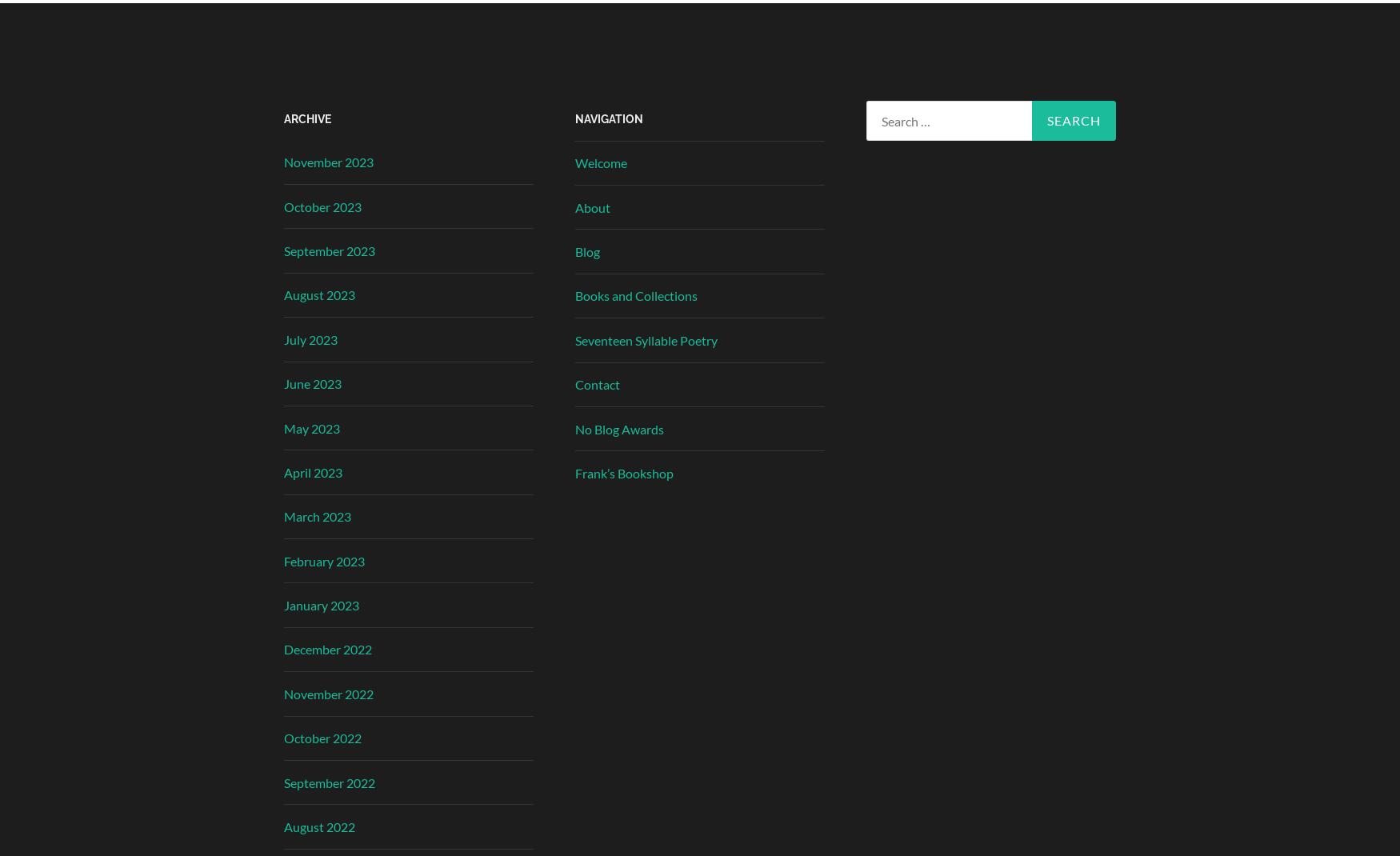  I want to click on 'Welcome', so click(600, 162).